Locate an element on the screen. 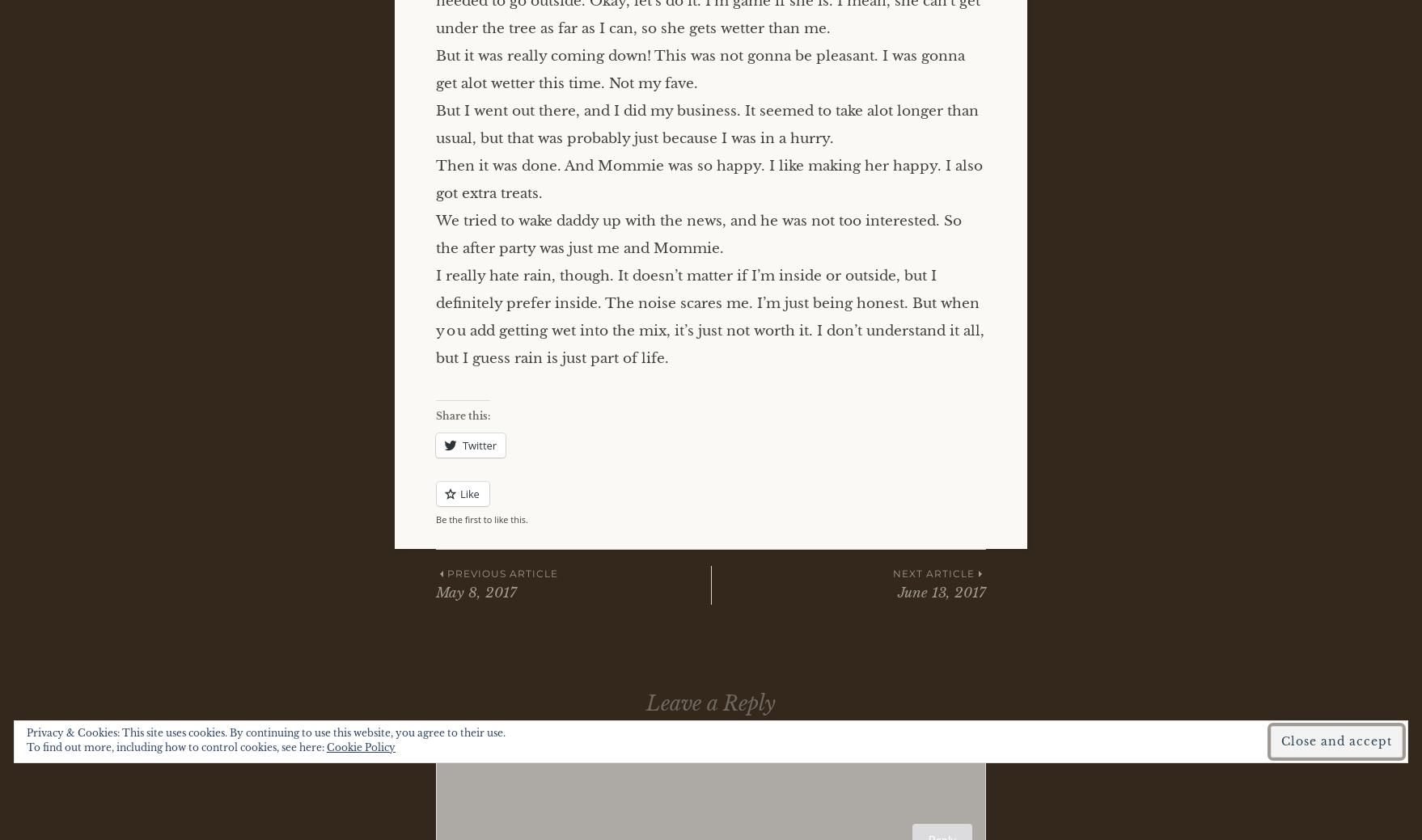 Image resolution: width=1422 pixels, height=840 pixels. 'To find out more, including how to control cookies, see here:' is located at coordinates (176, 747).